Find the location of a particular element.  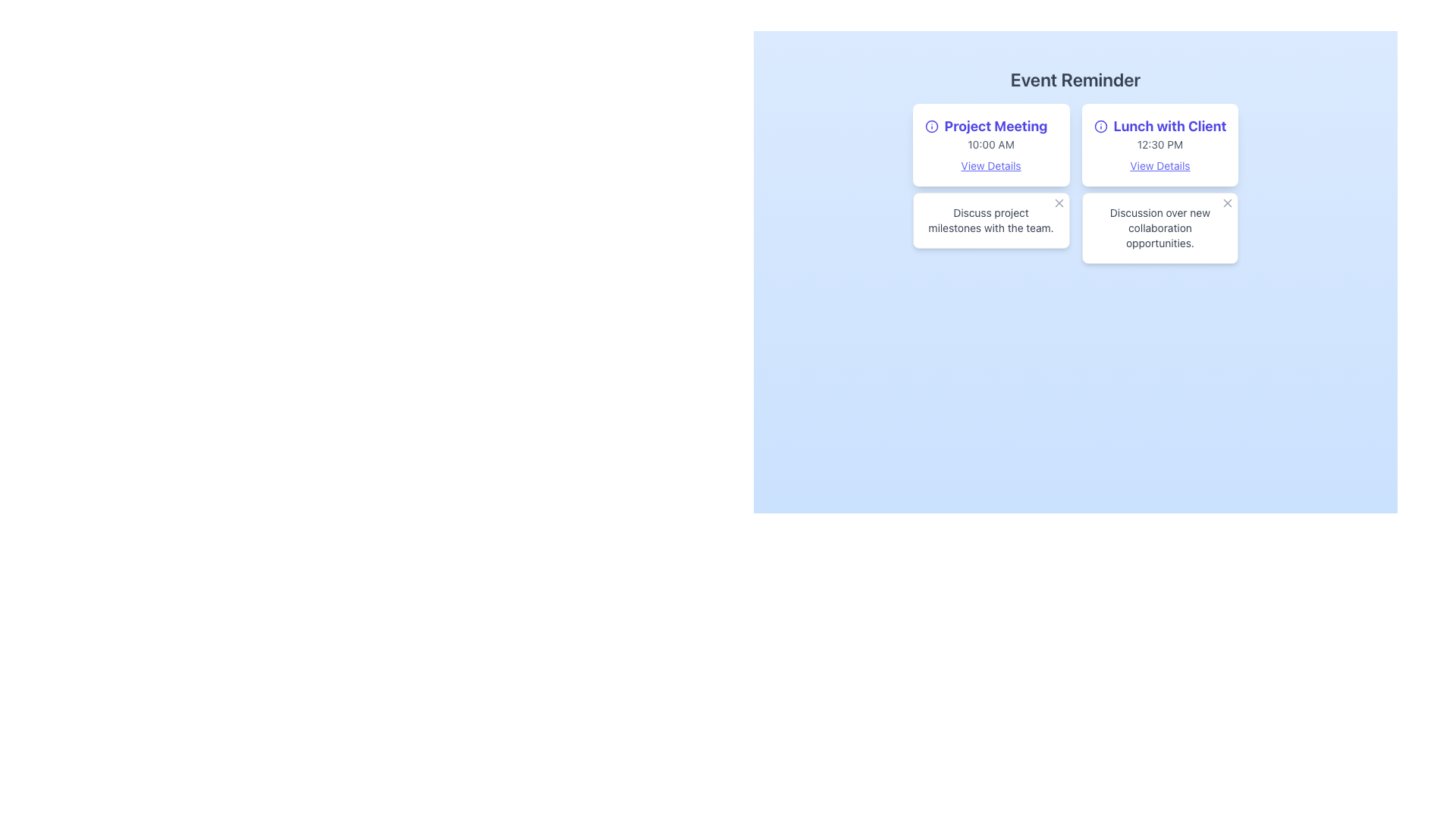

the Close button icon, which is represented by an 'X' shape is located at coordinates (1058, 202).